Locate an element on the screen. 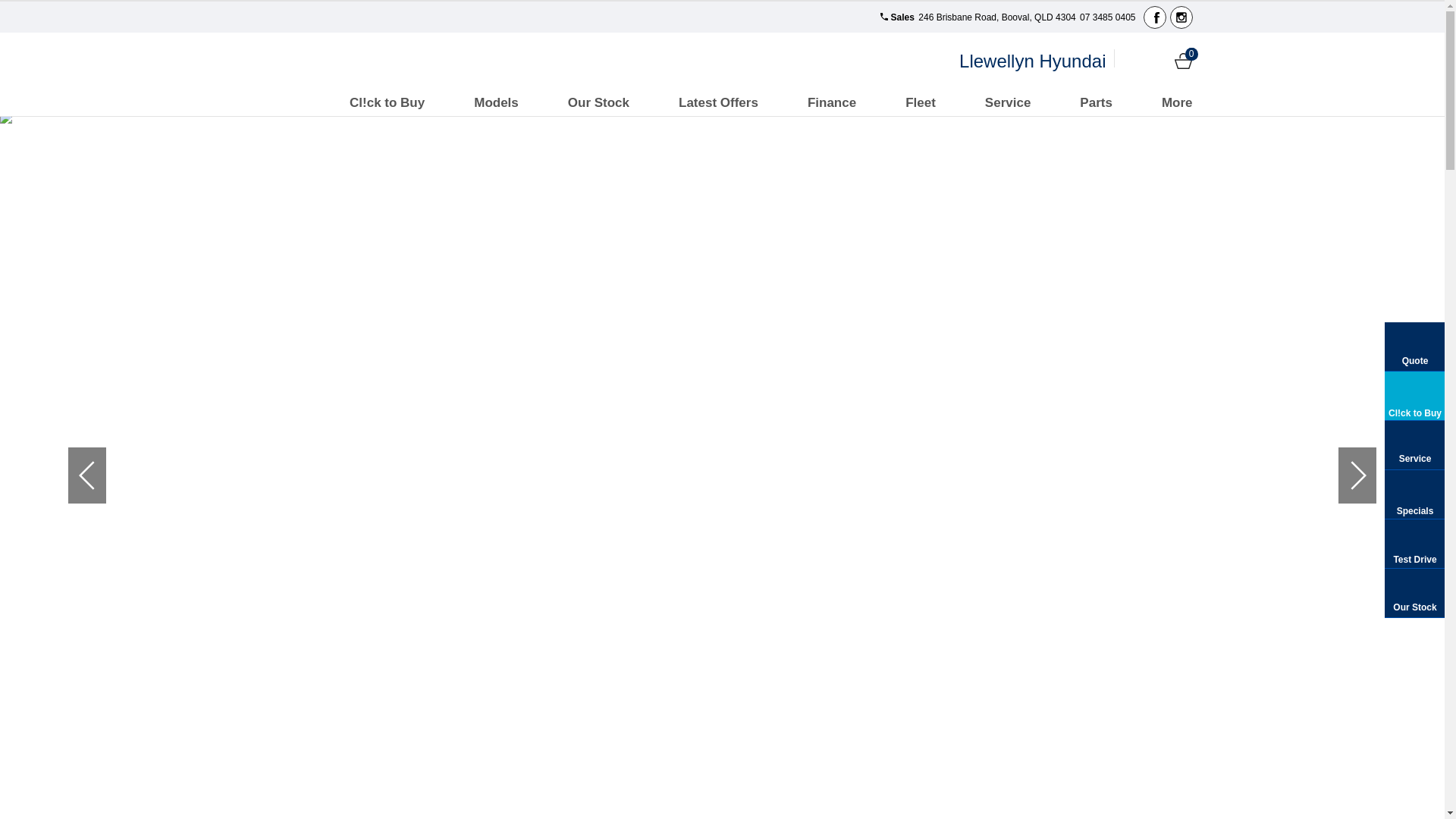 The height and width of the screenshot is (819, 1456). 'Finance' is located at coordinates (807, 102).